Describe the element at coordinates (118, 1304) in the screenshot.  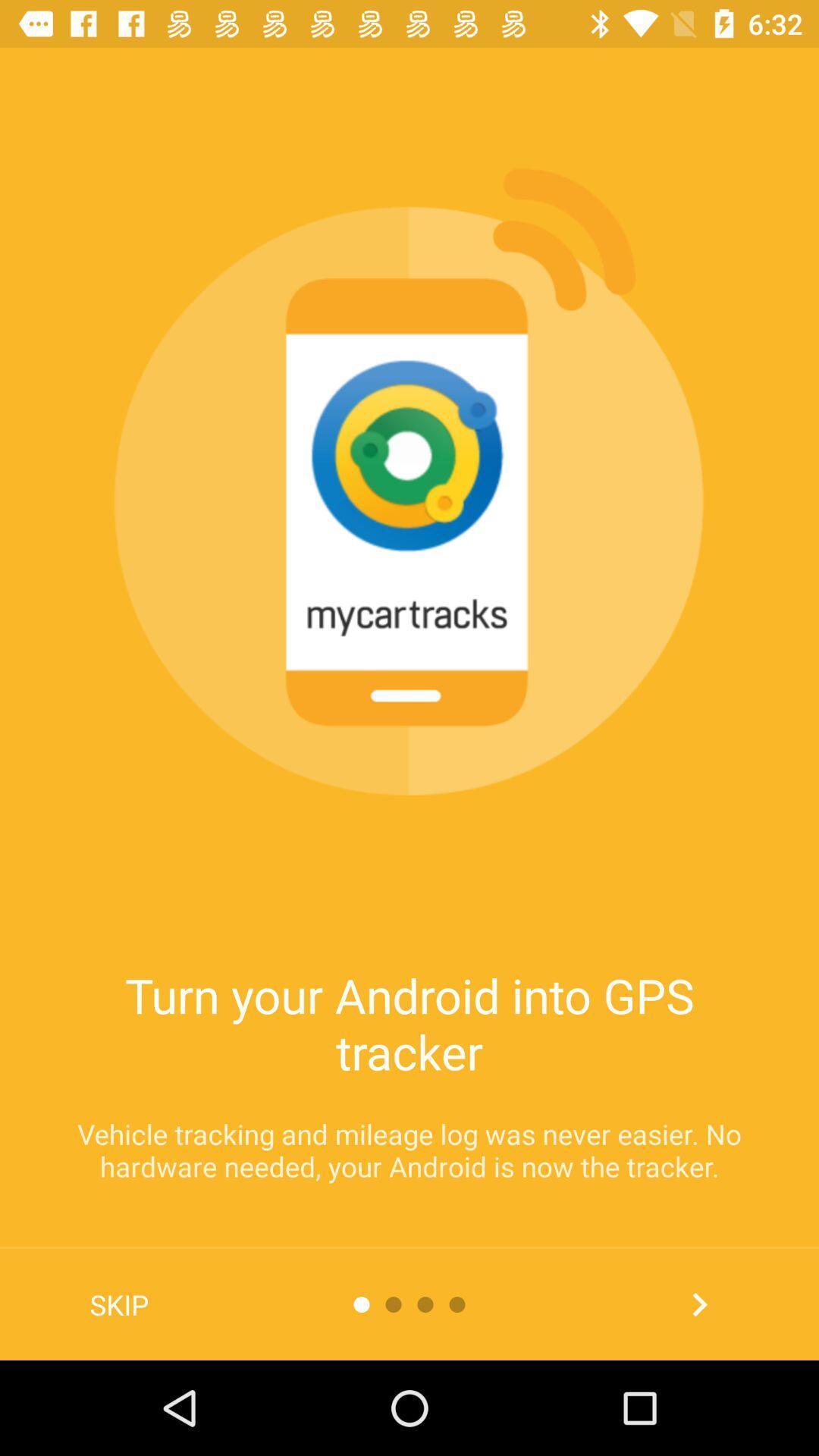
I see `the skip` at that location.